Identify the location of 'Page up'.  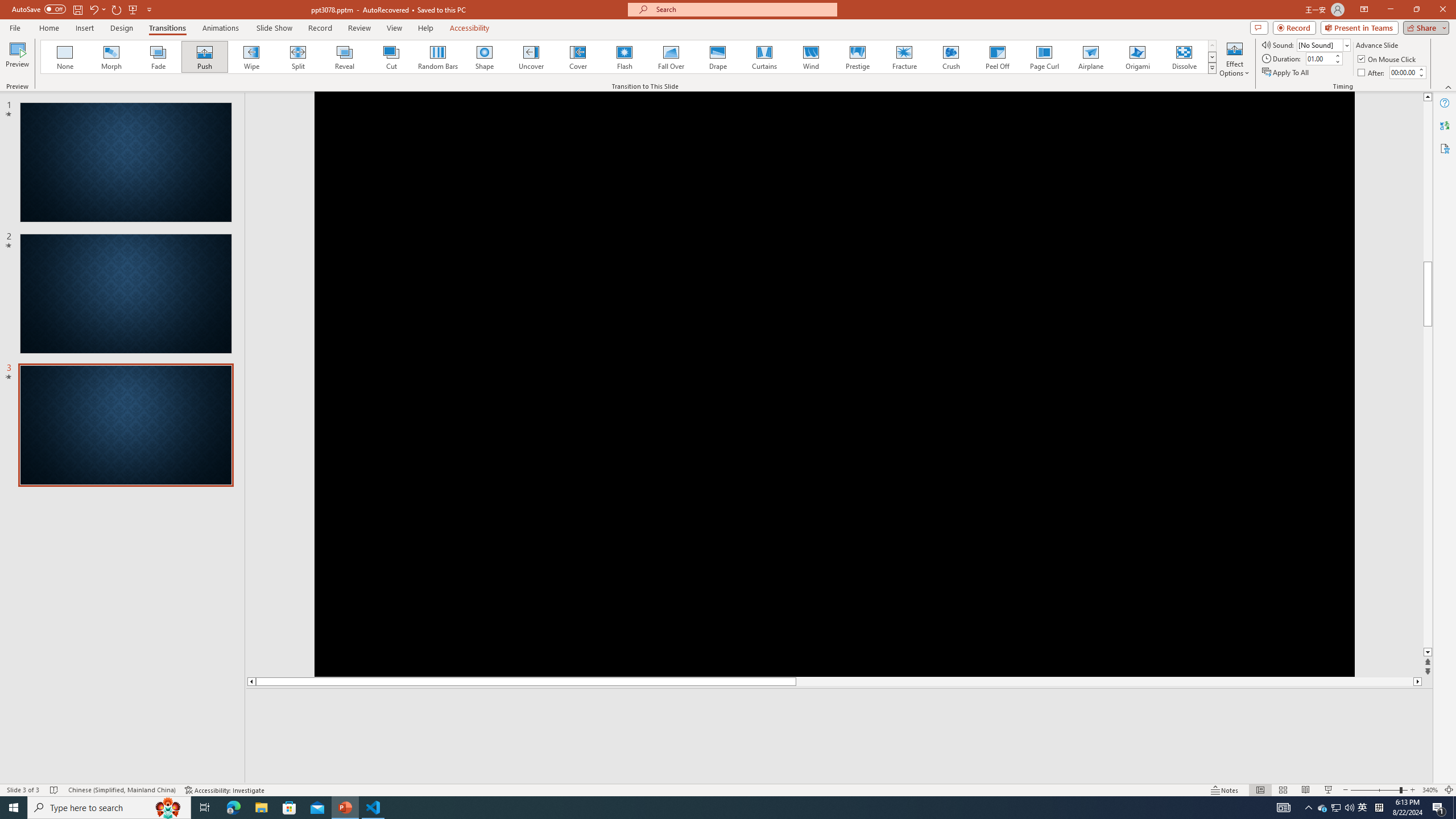
(1428, 261).